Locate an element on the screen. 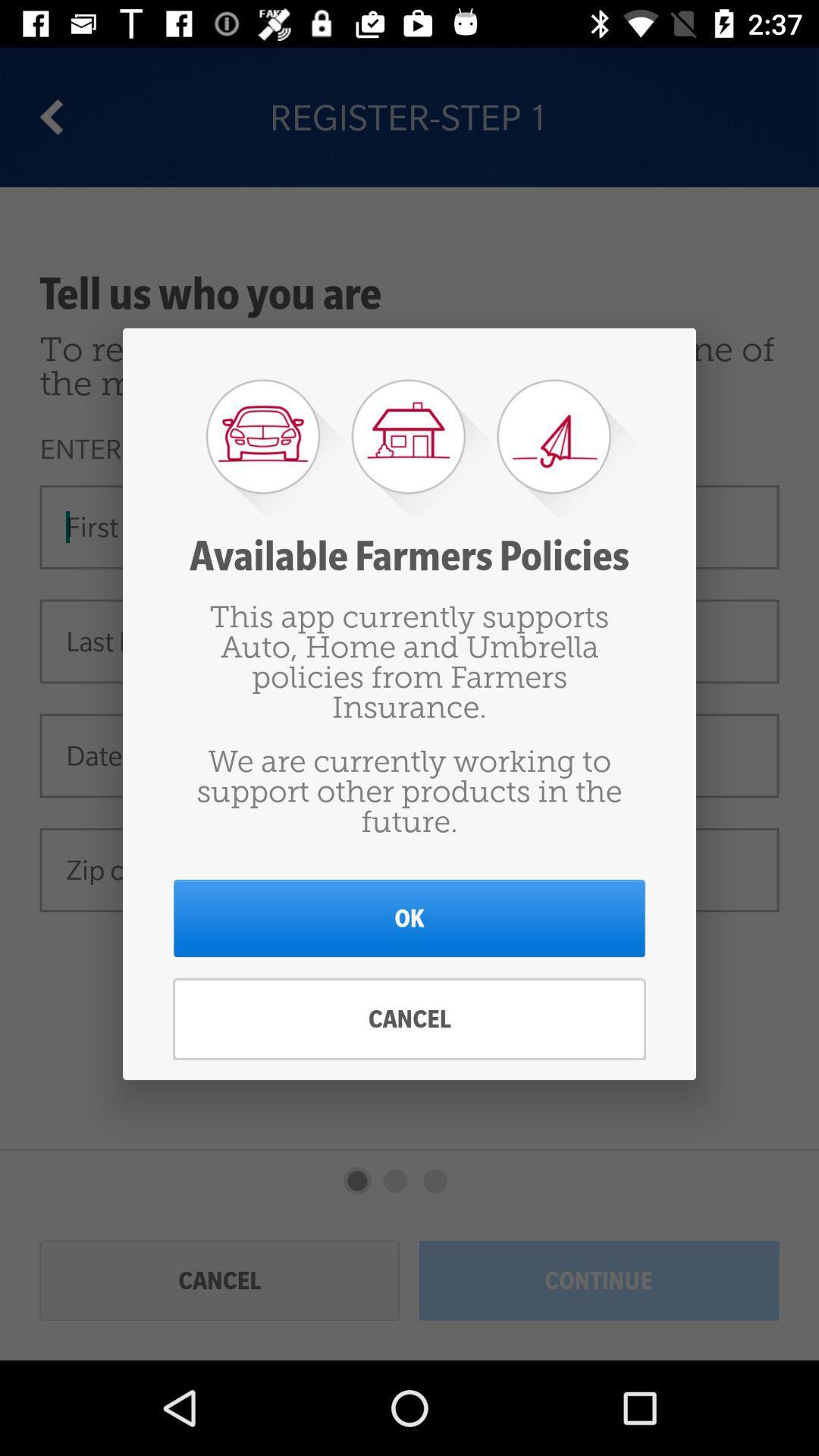  cancel at the bottom is located at coordinates (409, 1019).